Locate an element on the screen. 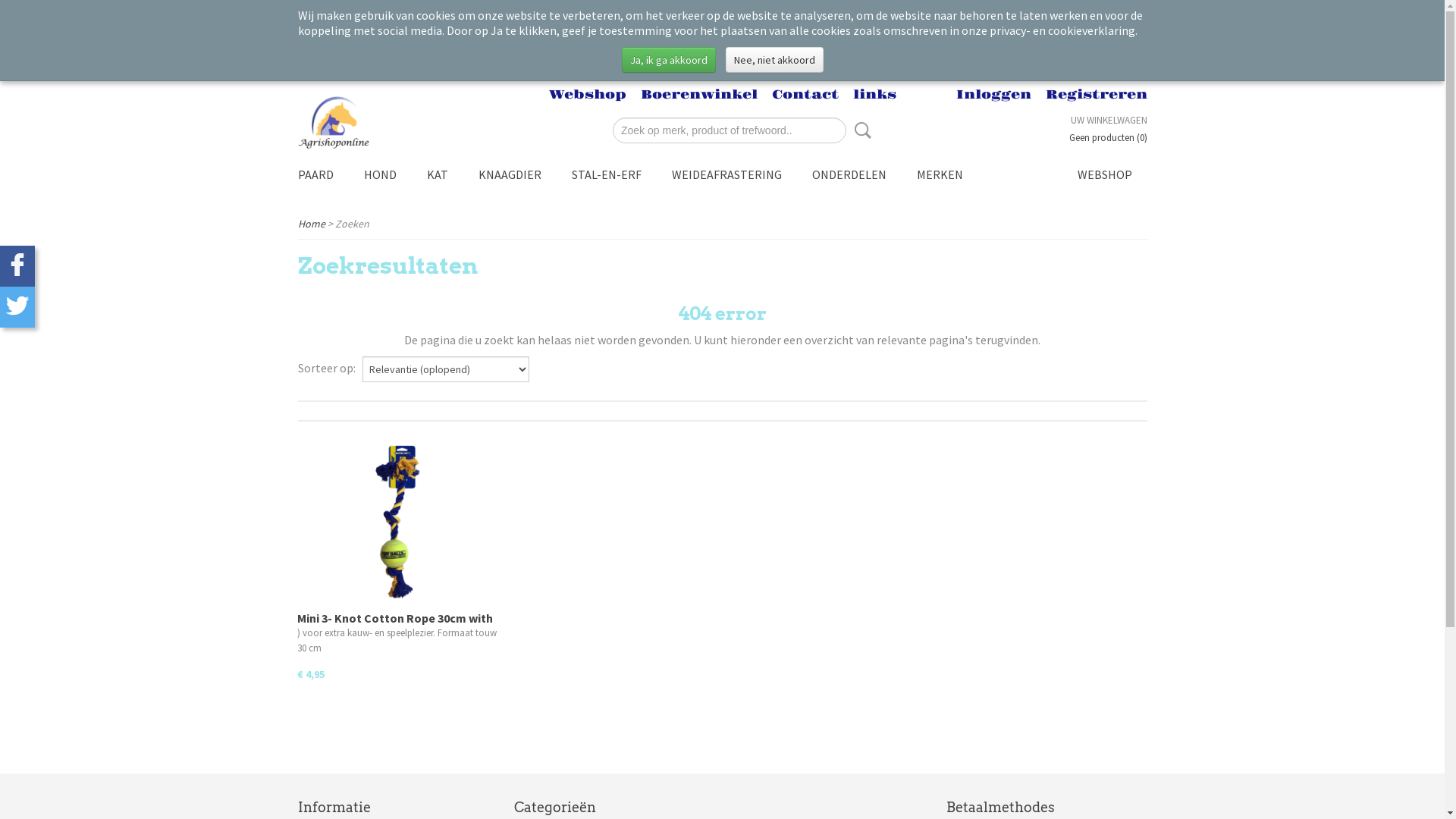  'MERKEN' is located at coordinates (938, 174).